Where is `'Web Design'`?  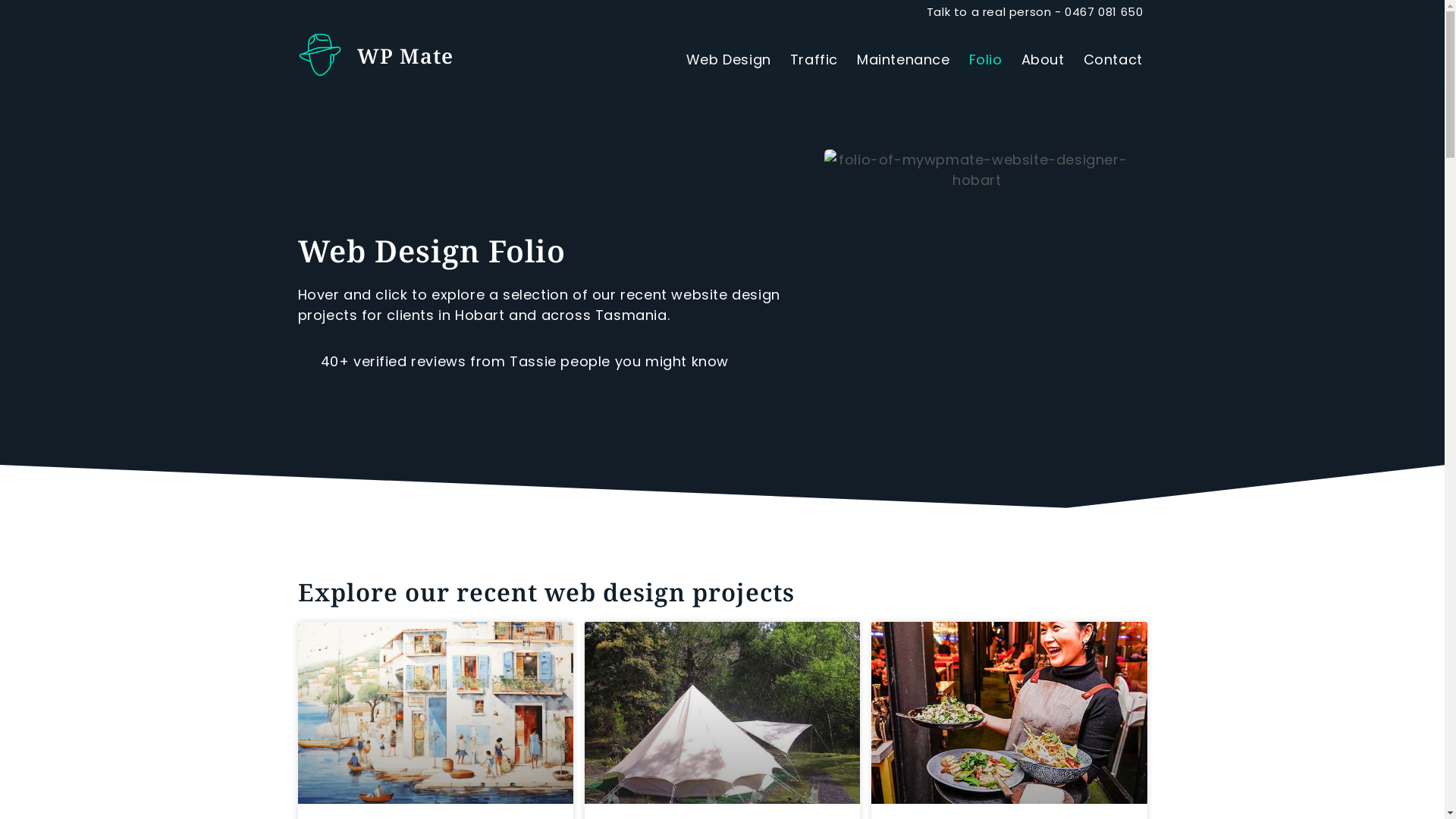
'Web Design' is located at coordinates (728, 58).